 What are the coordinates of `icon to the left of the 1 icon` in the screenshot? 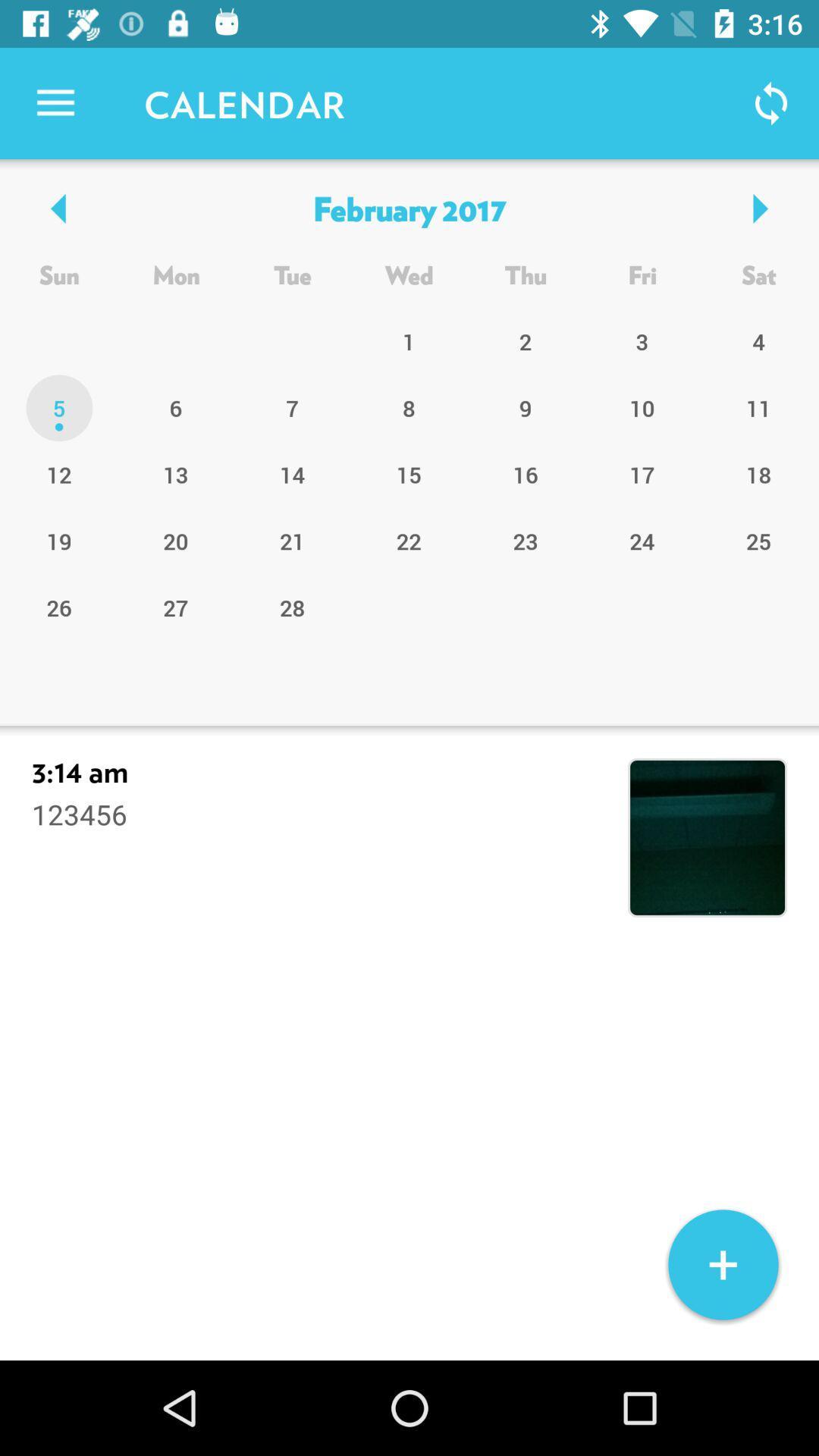 It's located at (292, 408).